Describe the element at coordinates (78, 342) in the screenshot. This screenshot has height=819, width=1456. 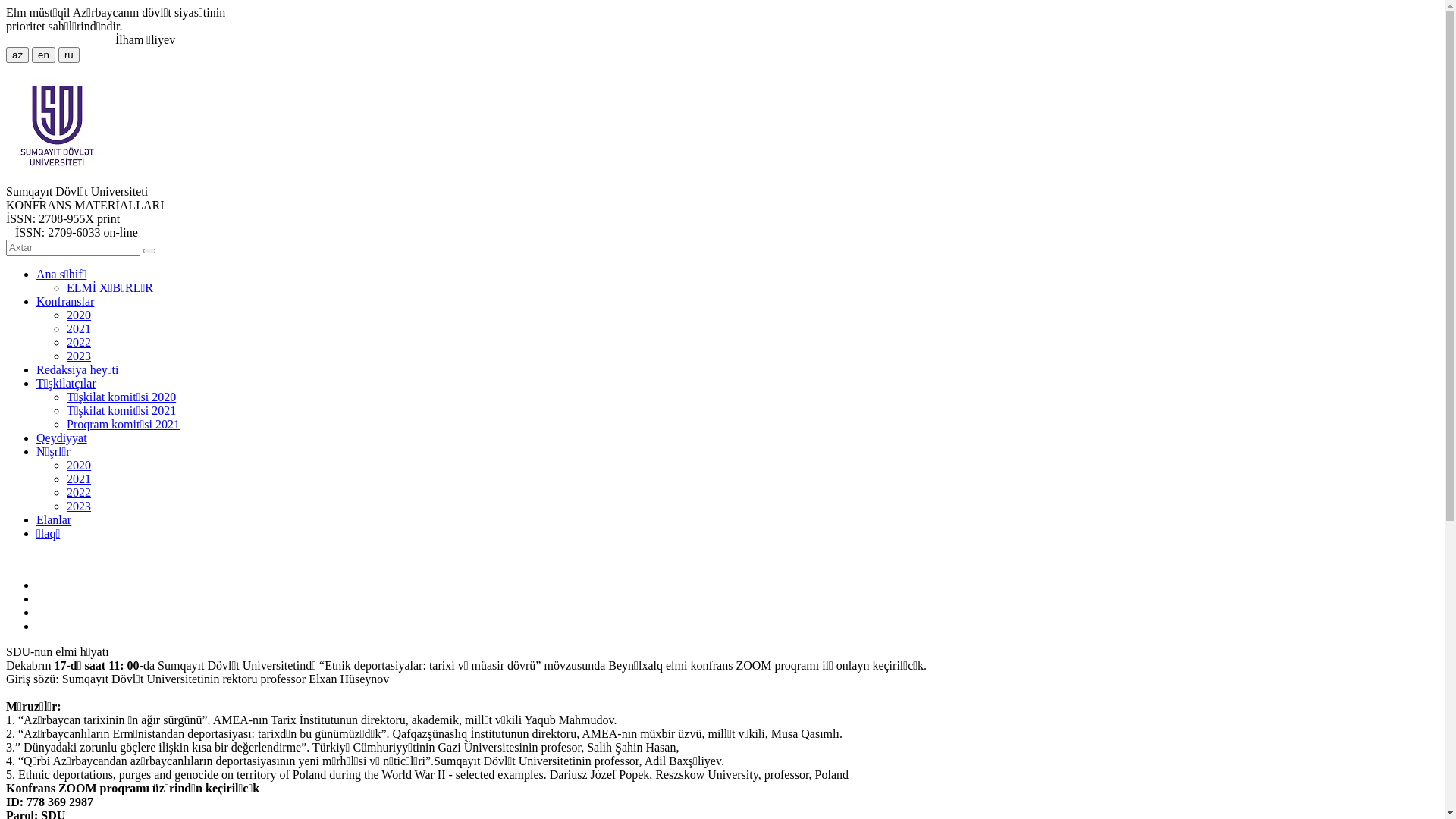
I see `'2022'` at that location.